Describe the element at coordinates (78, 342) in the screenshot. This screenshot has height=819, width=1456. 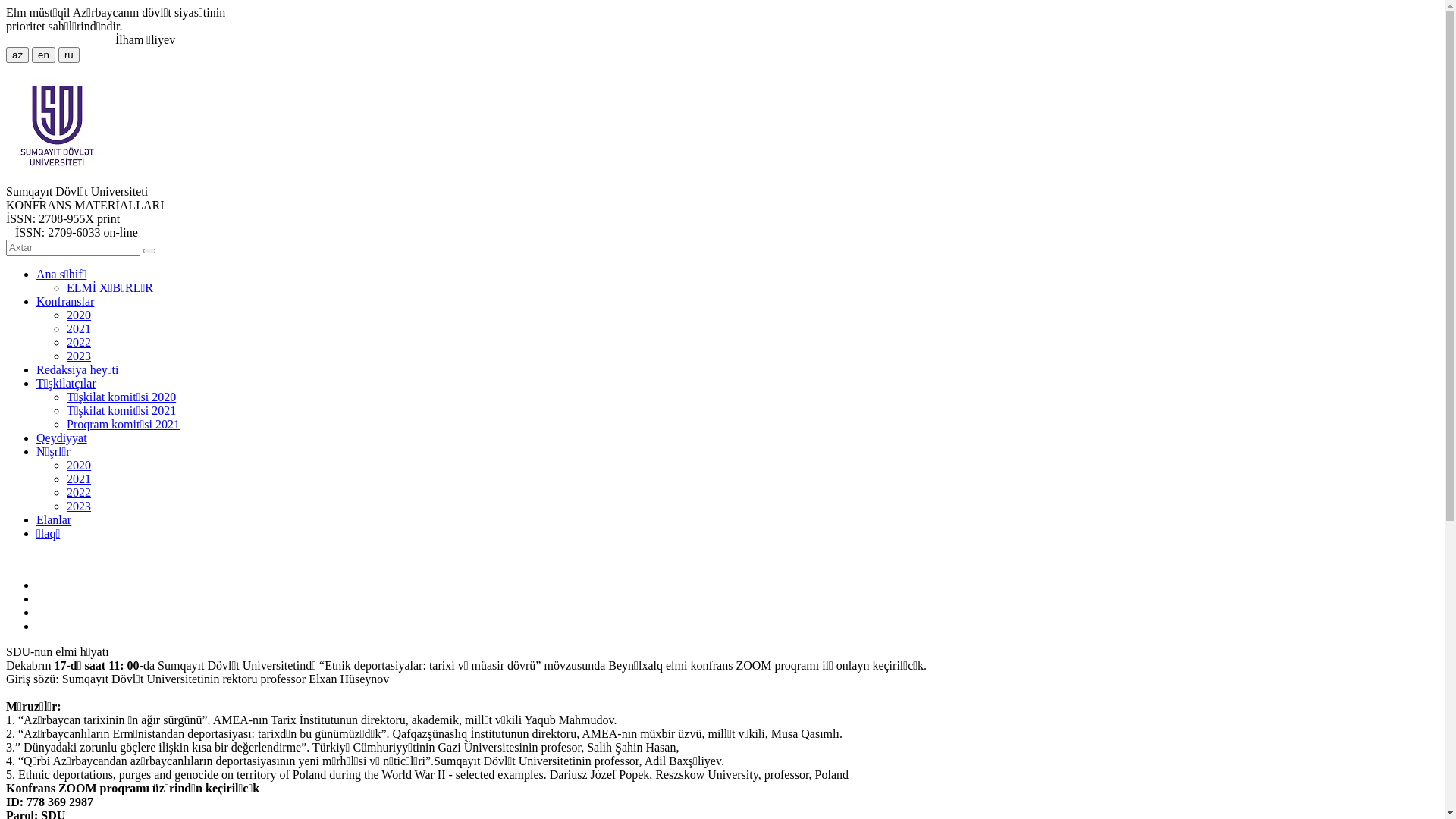
I see `'2022'` at that location.